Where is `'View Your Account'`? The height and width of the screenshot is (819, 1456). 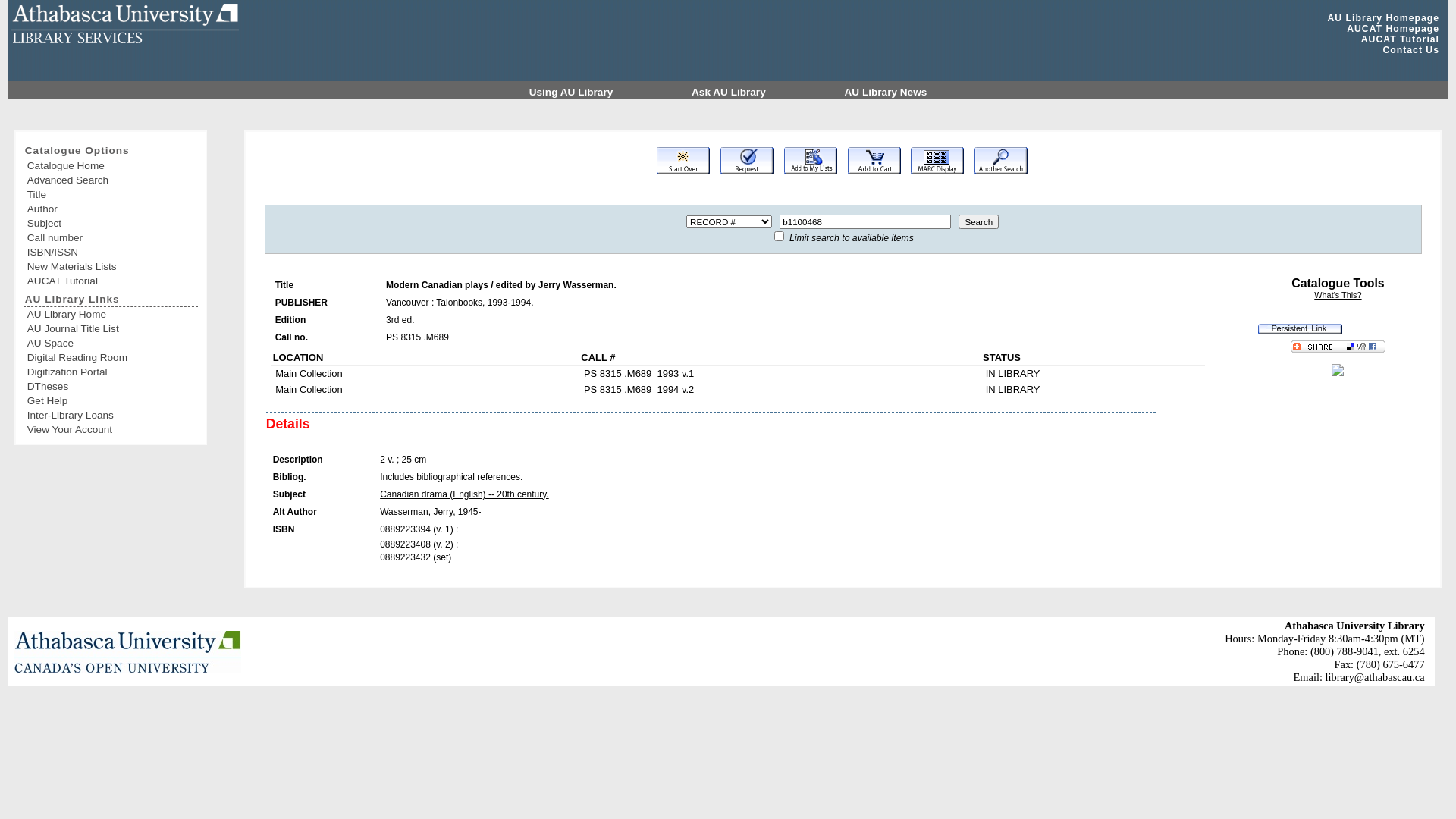 'View Your Account' is located at coordinates (111, 429).